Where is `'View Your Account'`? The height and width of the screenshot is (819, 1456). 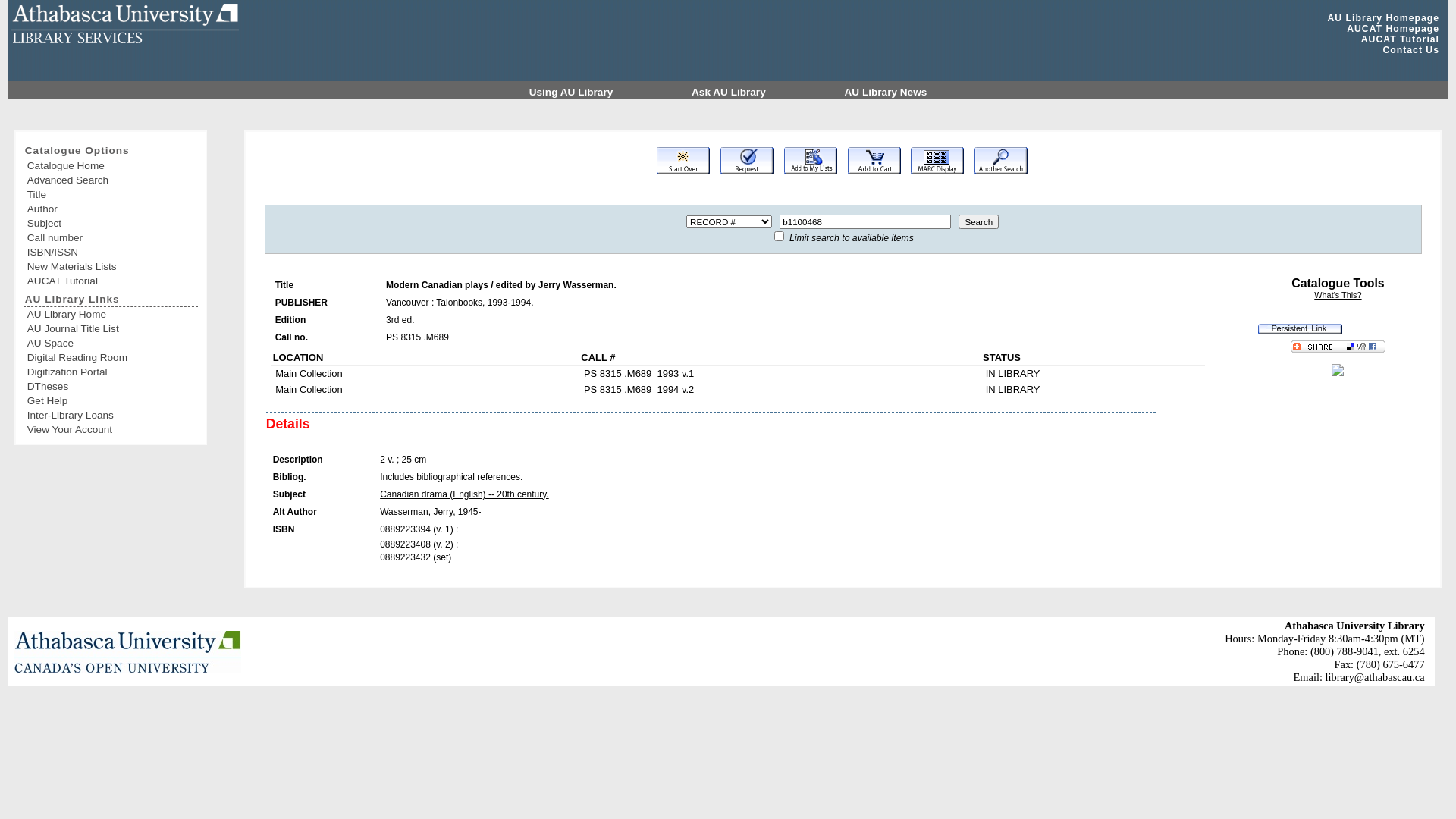 'View Your Account' is located at coordinates (111, 429).